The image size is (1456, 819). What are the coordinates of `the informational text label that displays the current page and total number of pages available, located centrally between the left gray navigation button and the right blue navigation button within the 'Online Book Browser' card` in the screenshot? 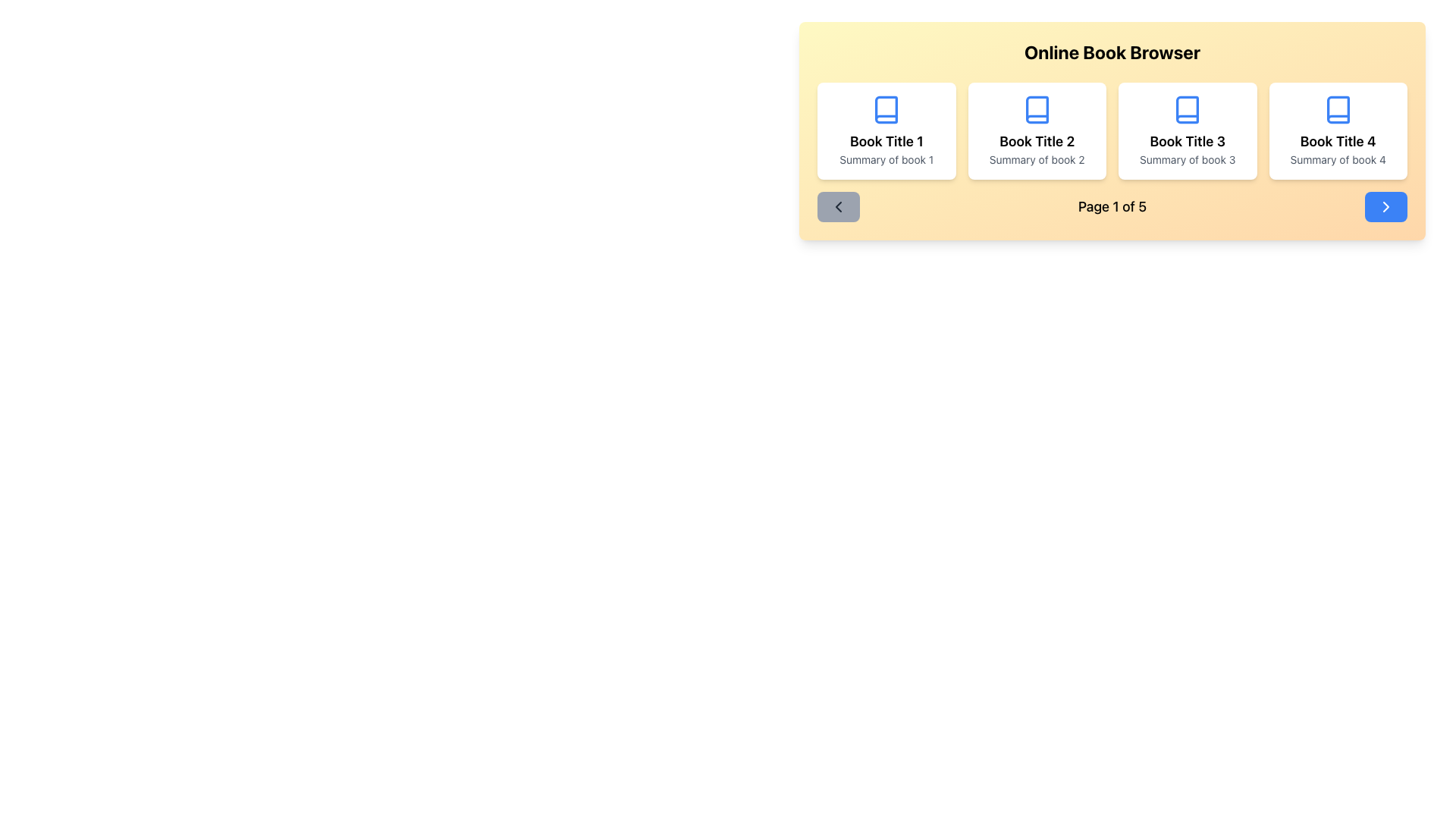 It's located at (1112, 207).